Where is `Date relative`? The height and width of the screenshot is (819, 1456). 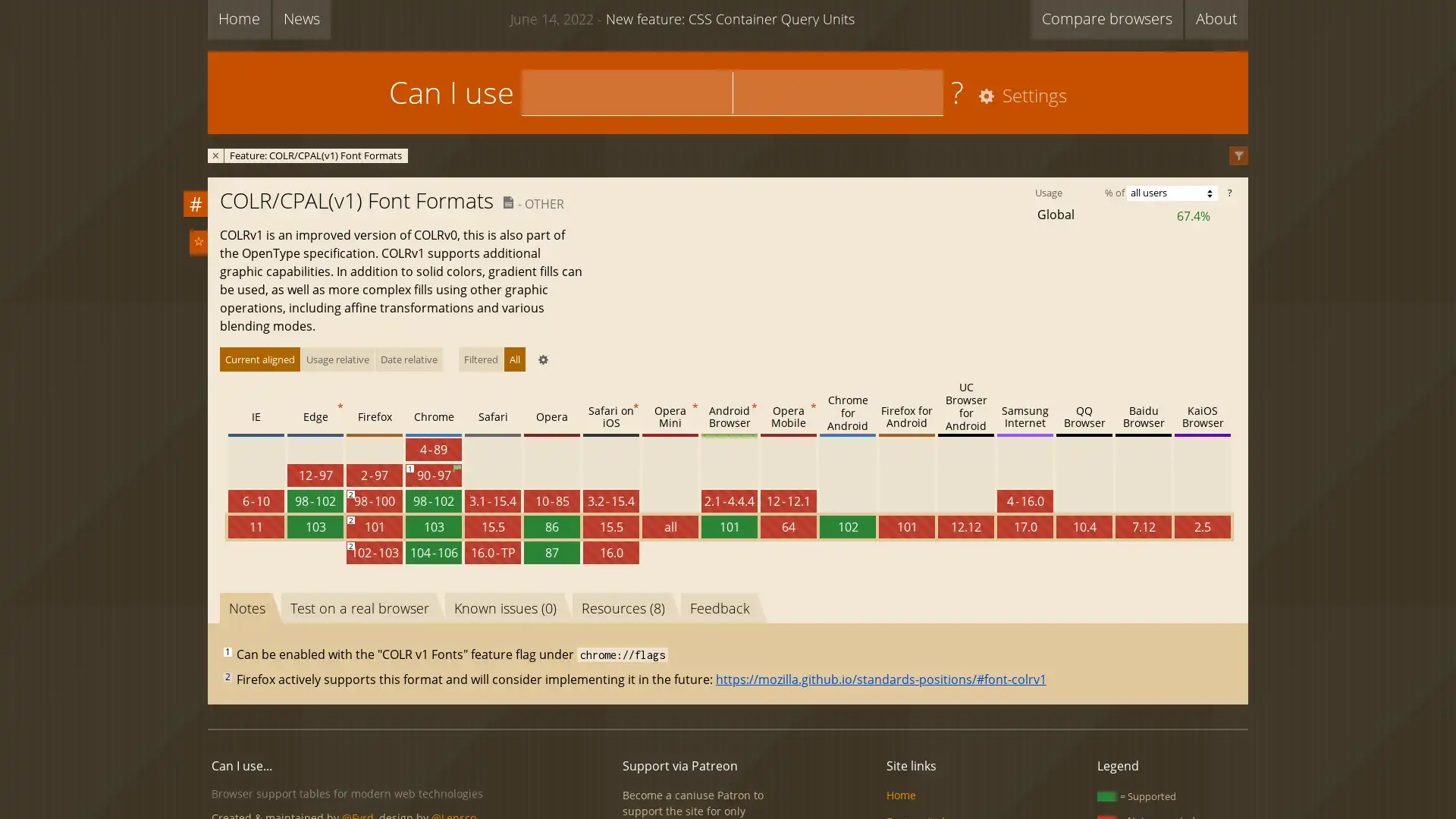 Date relative is located at coordinates (409, 359).